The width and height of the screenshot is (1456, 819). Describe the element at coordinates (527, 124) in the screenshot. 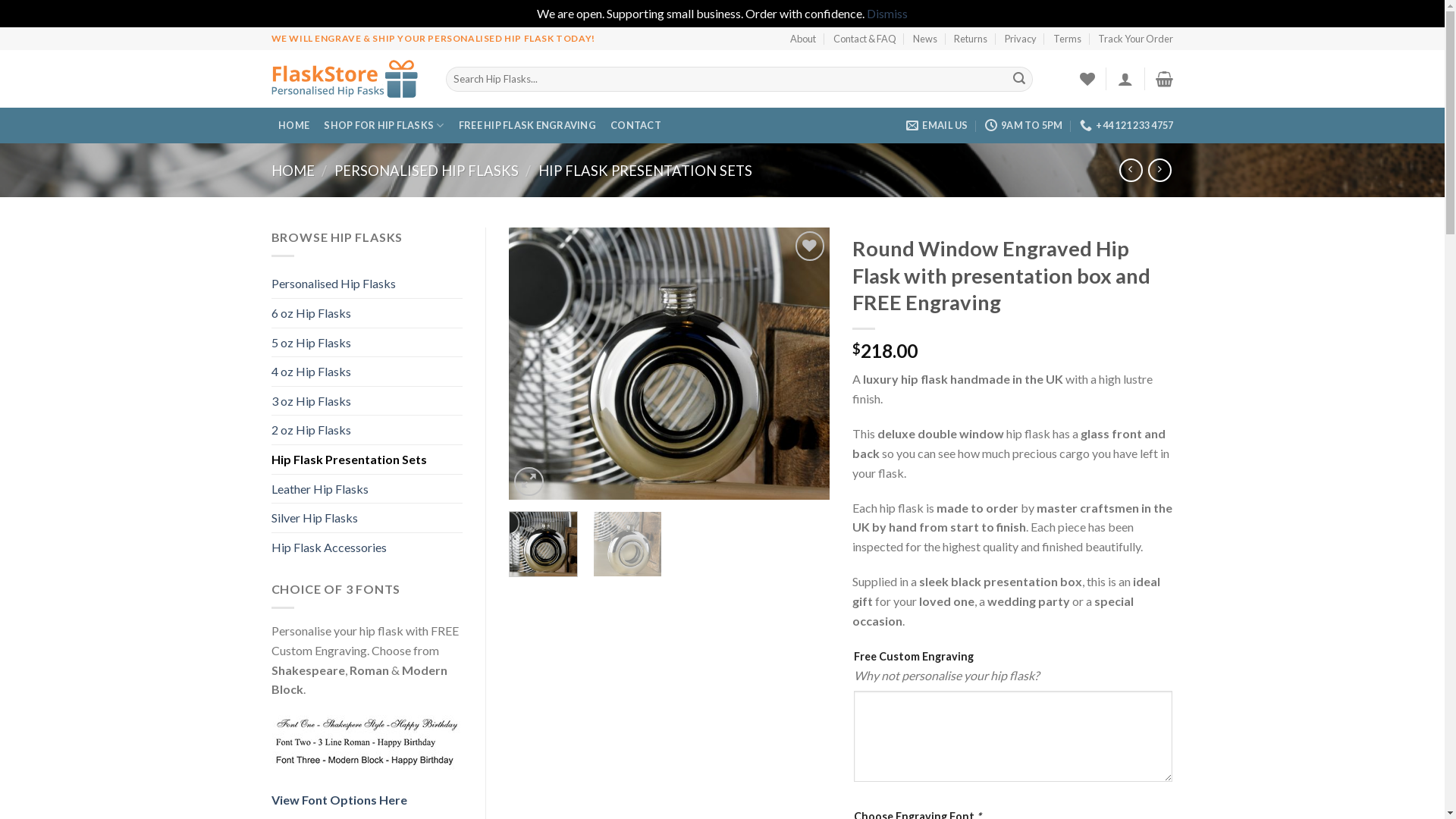

I see `'FREE HIP FLASK ENGRAVING'` at that location.